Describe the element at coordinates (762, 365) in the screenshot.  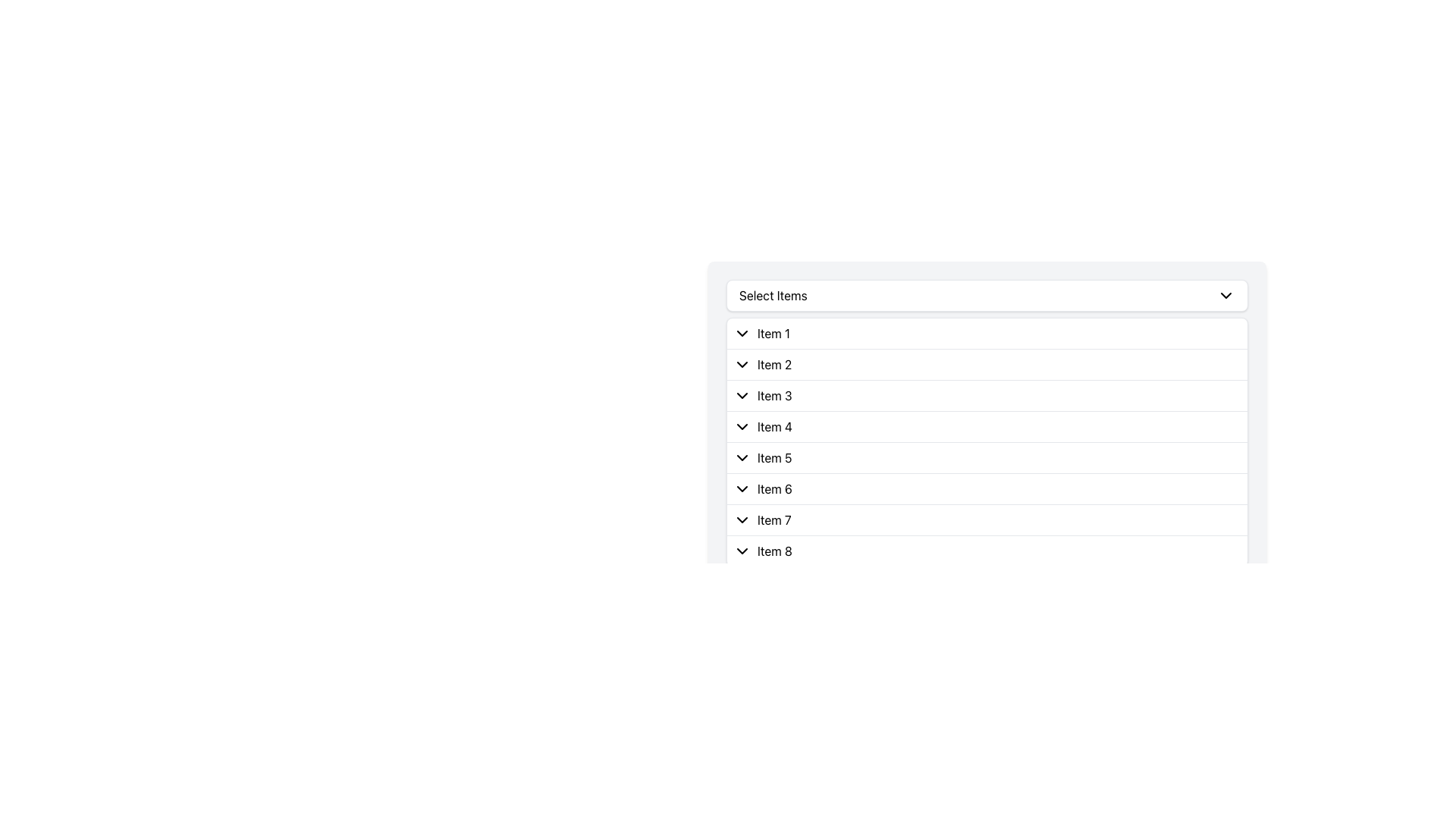
I see `the Dropdown menu item labeled 'Item 2'` at that location.